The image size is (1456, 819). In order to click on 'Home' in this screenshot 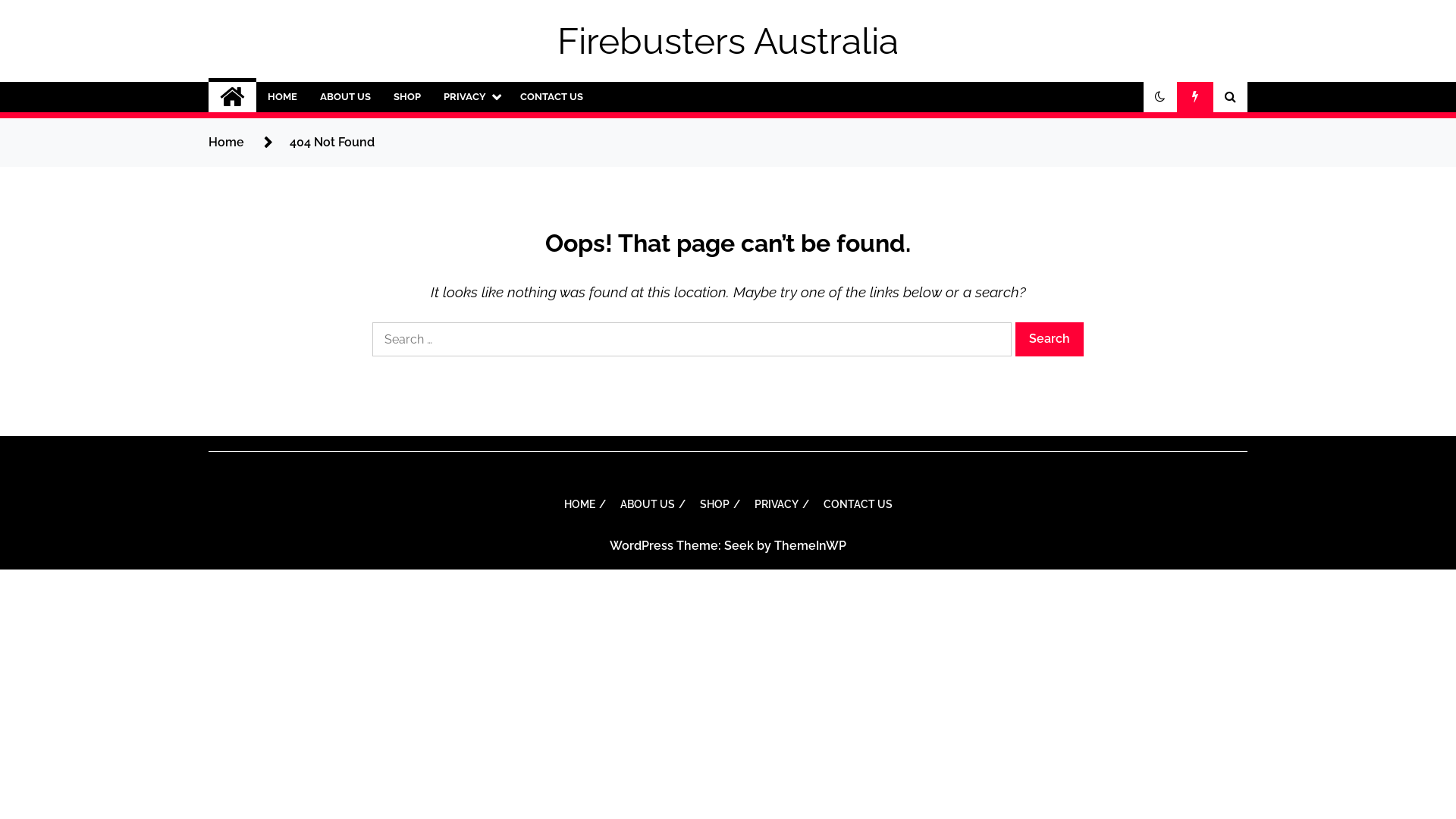, I will do `click(231, 96)`.